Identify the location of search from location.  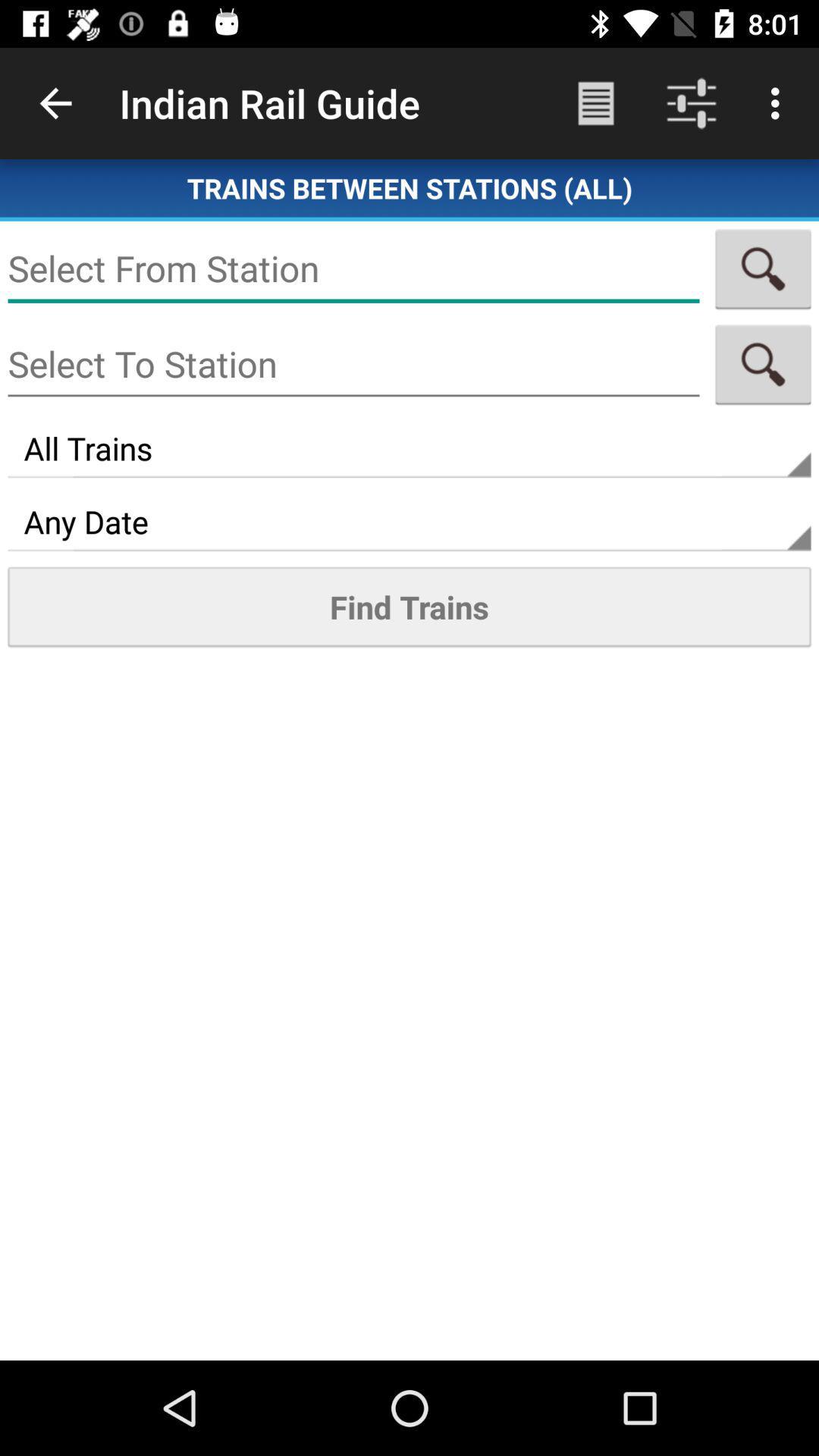
(763, 268).